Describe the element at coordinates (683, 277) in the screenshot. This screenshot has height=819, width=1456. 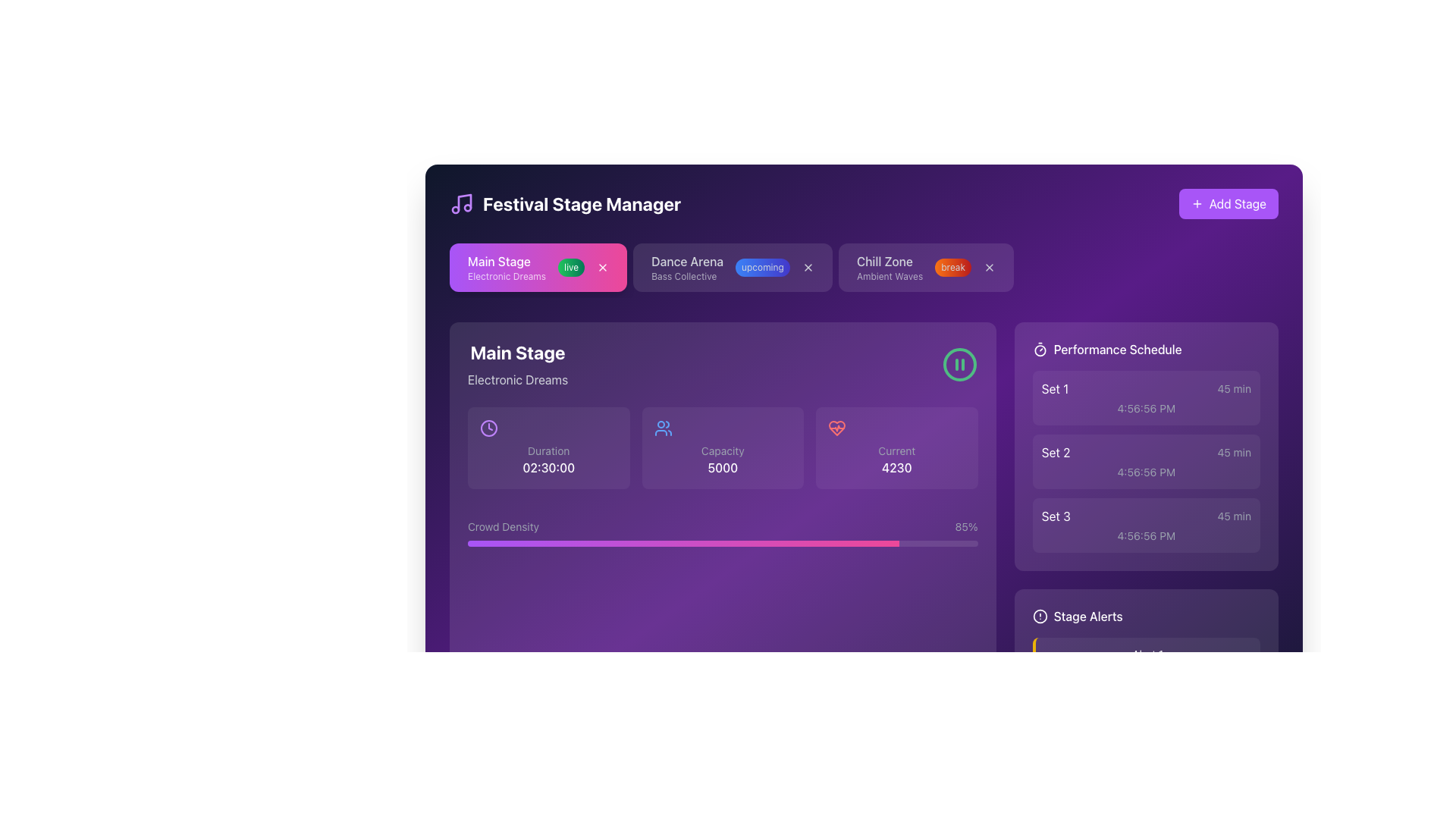
I see `the informational content of the Text Label displaying 'Bass Collective' in light gray font, positioned below the heading 'Dance Arena' in the middle tag group` at that location.